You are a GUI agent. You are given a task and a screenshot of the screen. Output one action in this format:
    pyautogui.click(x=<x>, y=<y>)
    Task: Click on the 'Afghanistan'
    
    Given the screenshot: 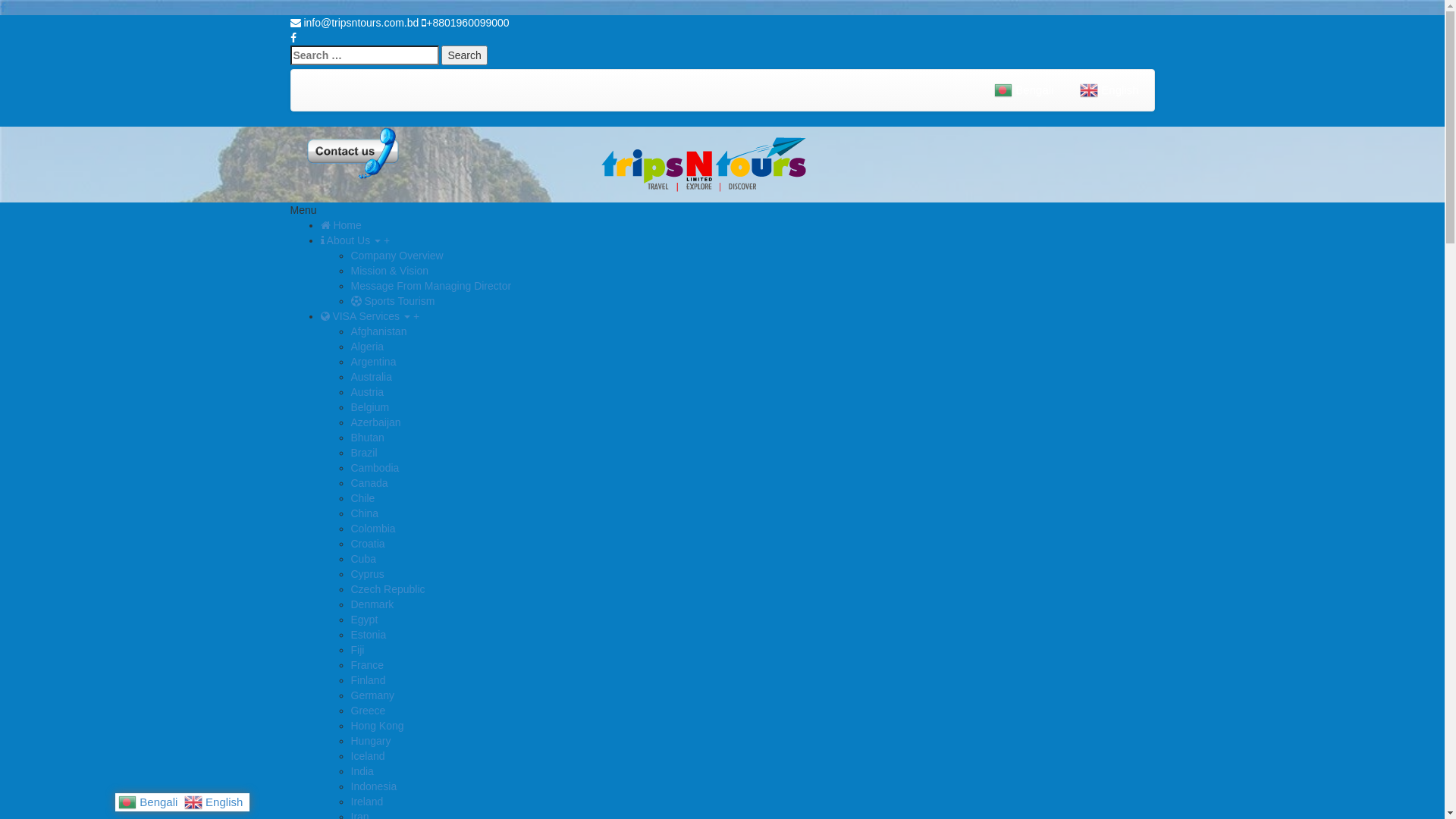 What is the action you would take?
    pyautogui.click(x=378, y=330)
    